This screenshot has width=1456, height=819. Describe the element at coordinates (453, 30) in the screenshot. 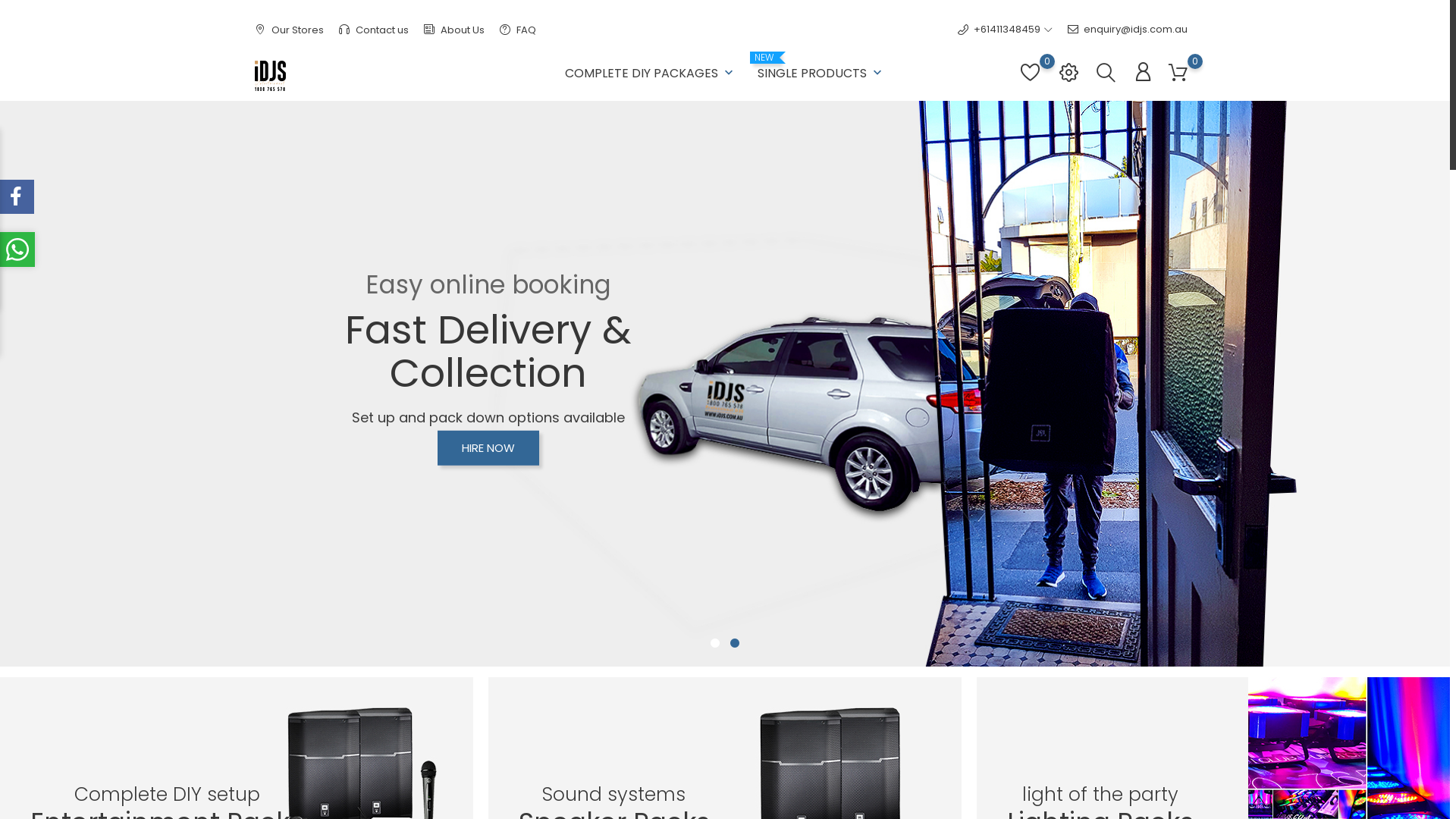

I see `'About Us'` at that location.